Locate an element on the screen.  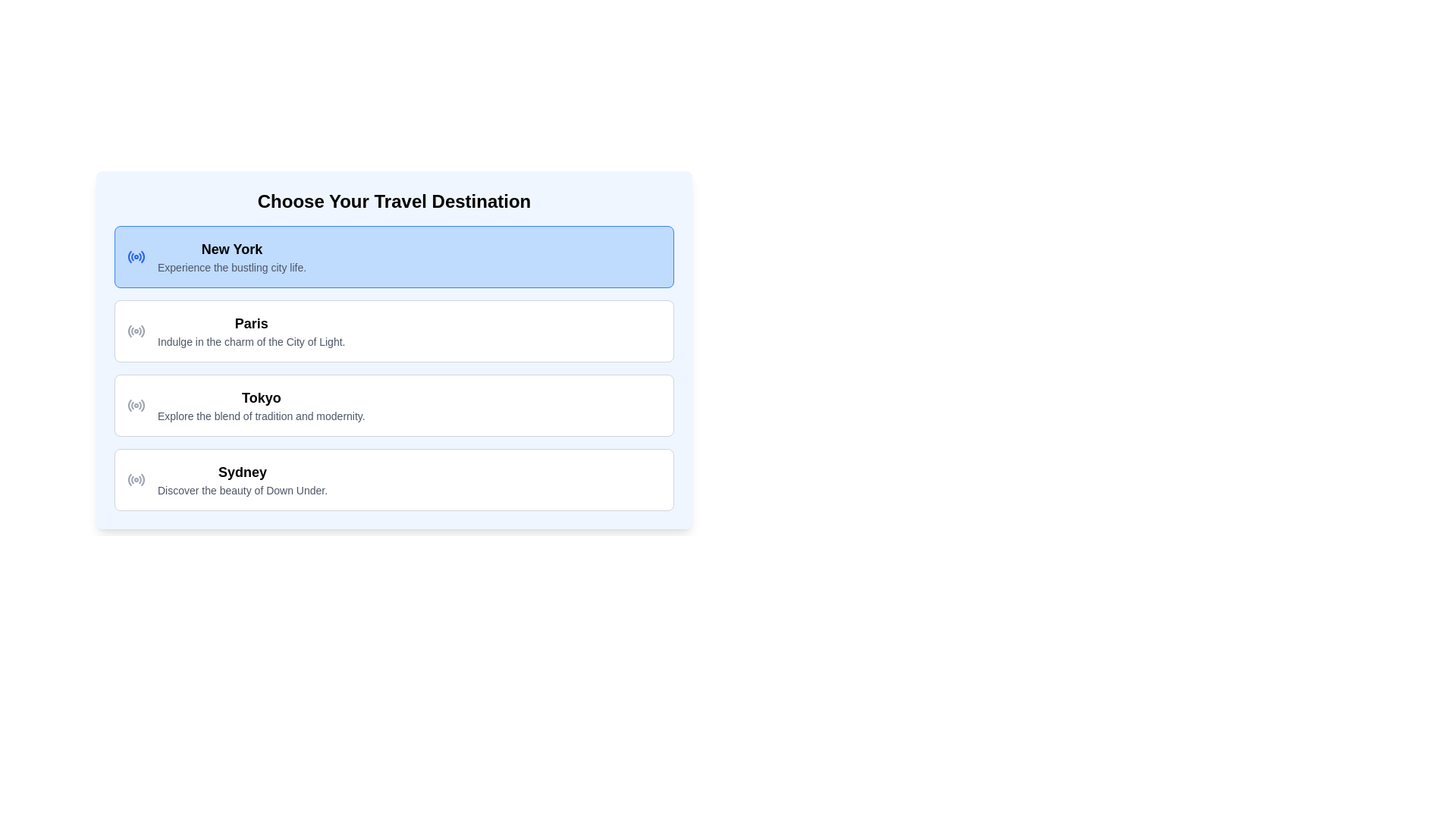
descriptive subtitle or tag line located directly below the 'Tokyo' heading in the travel destinations list, which is the second part of the second item is located at coordinates (261, 416).